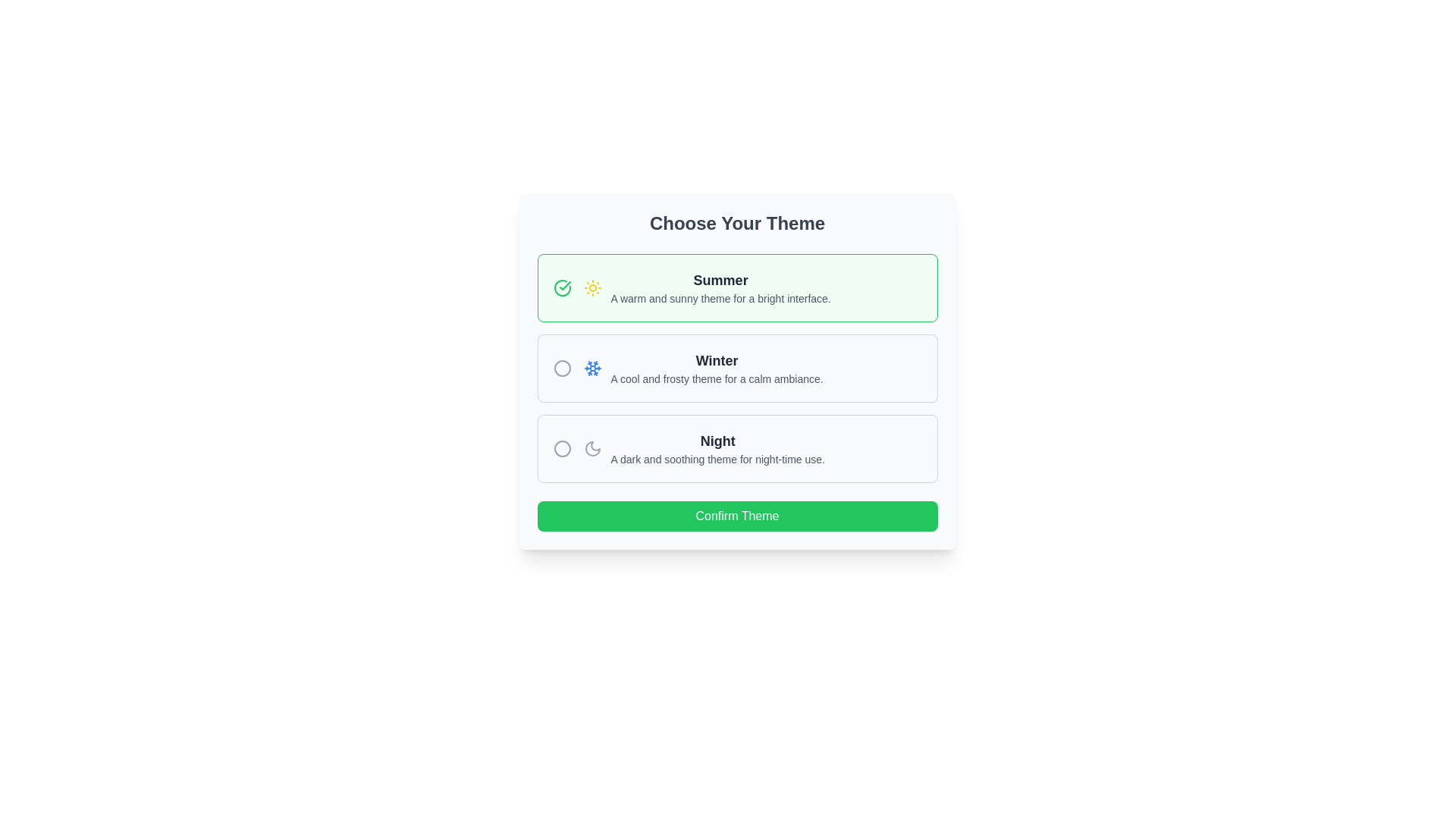  Describe the element at coordinates (720, 281) in the screenshot. I see `the main label for the 'Summer' theme option in the theme selection interface` at that location.